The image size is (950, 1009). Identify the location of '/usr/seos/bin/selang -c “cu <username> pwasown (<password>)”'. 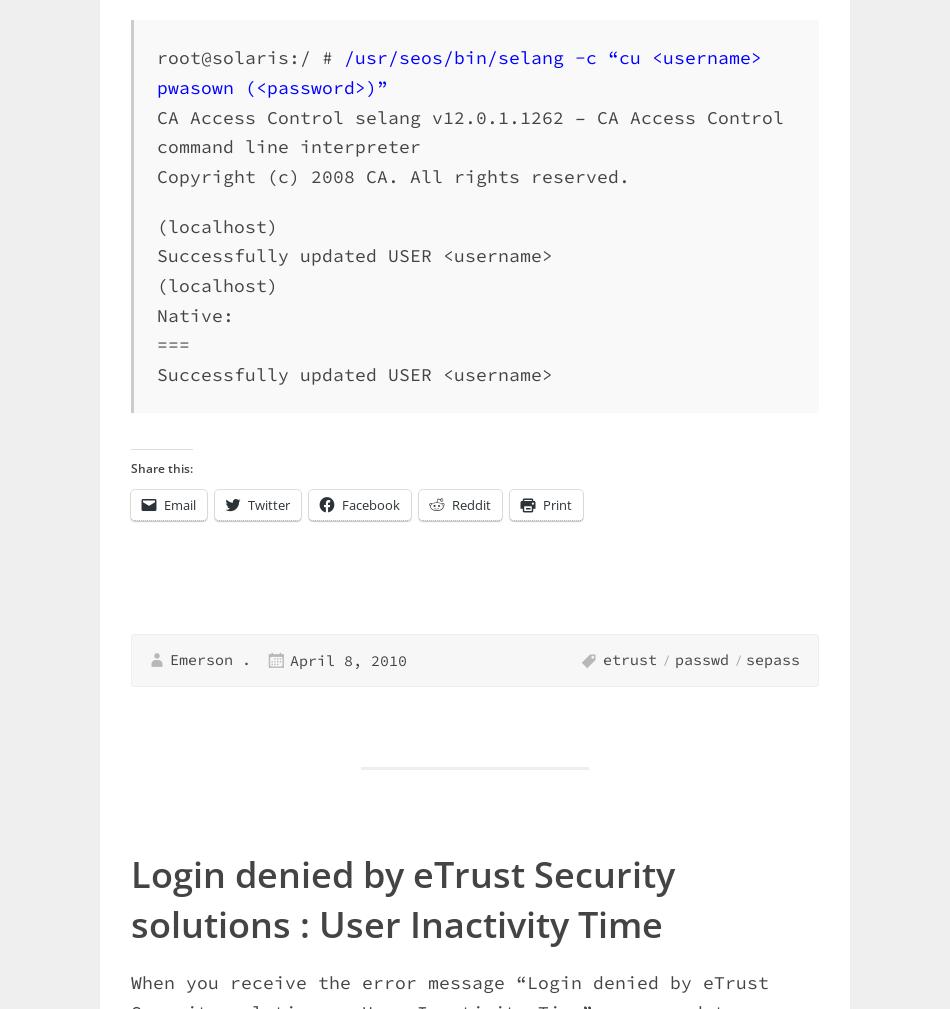
(458, 71).